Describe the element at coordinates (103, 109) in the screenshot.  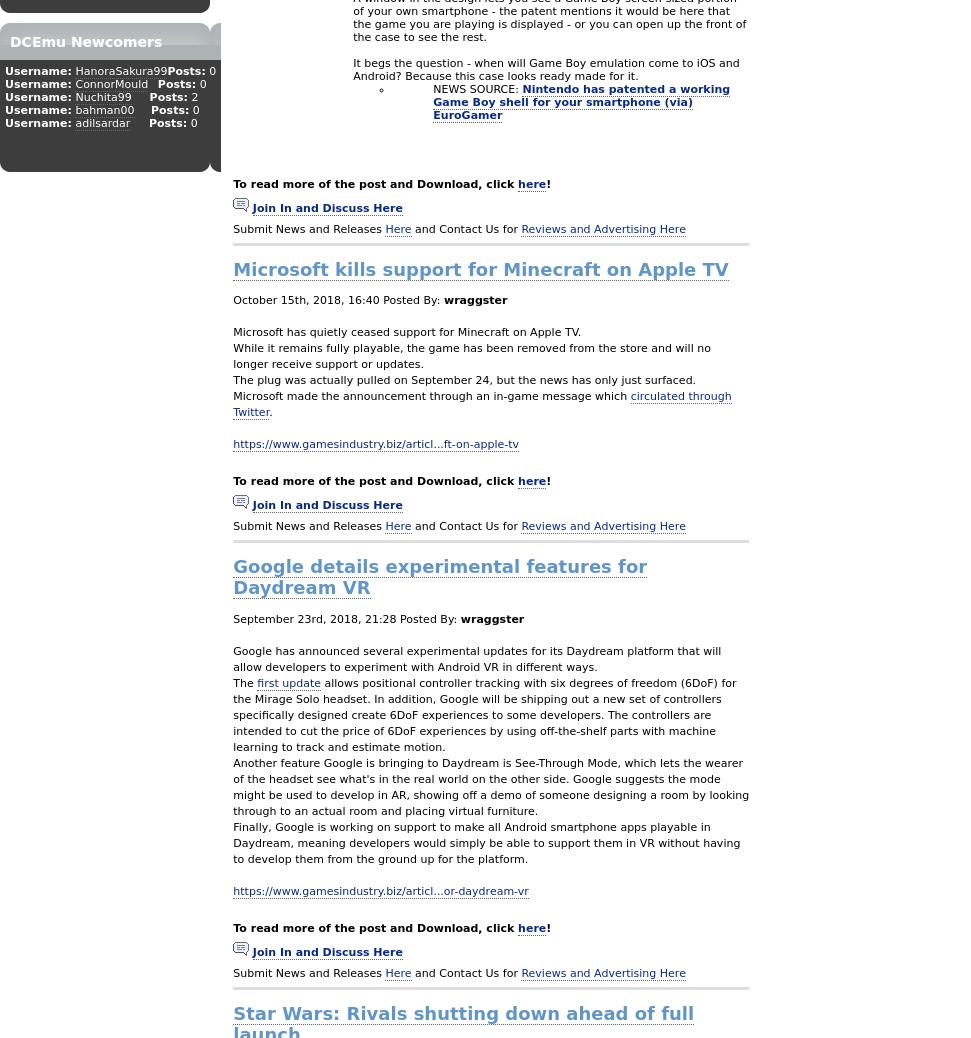
I see `'bahman00'` at that location.